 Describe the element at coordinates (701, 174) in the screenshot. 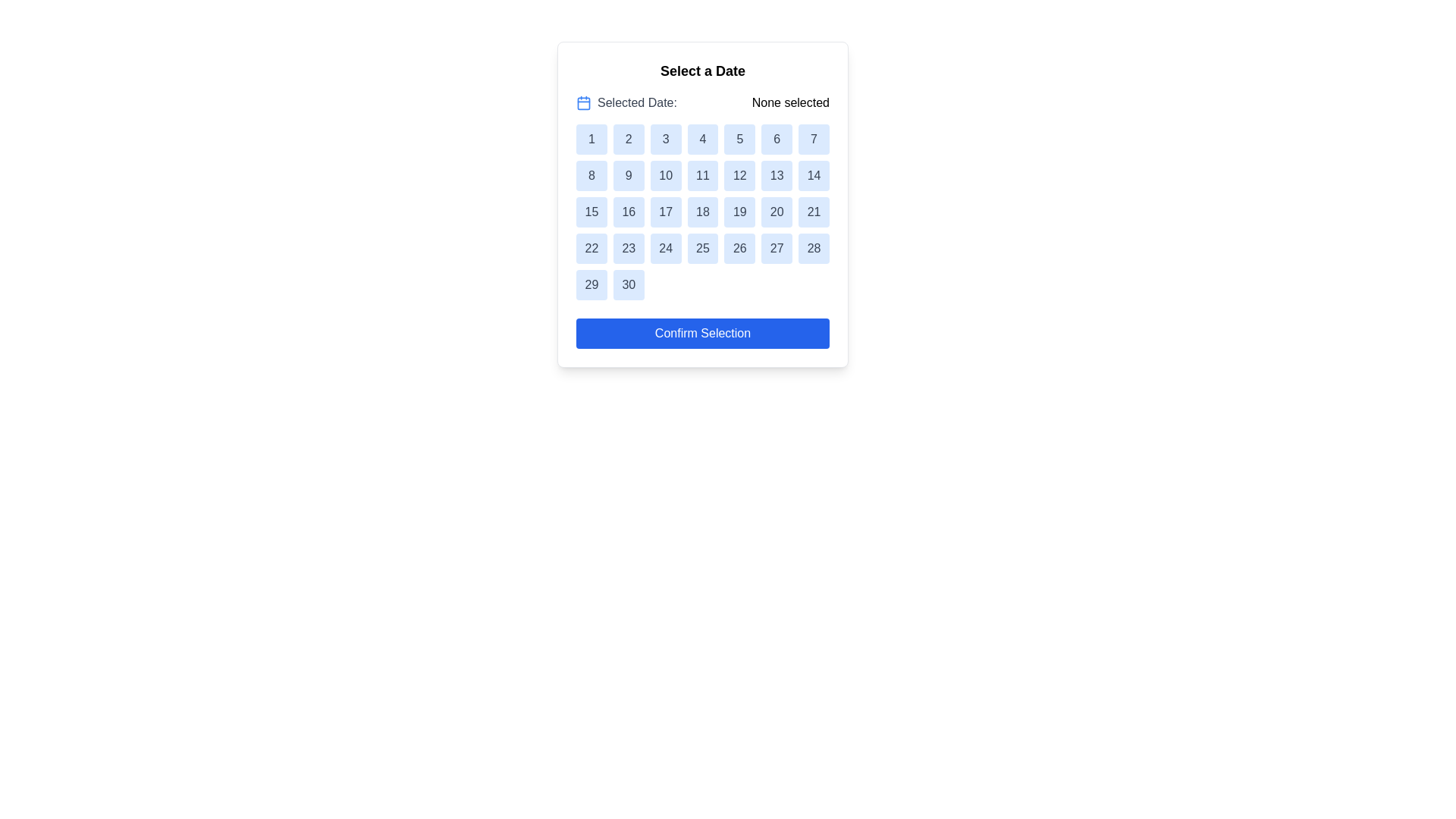

I see `the button representing the date '11' in the date-selection grid` at that location.